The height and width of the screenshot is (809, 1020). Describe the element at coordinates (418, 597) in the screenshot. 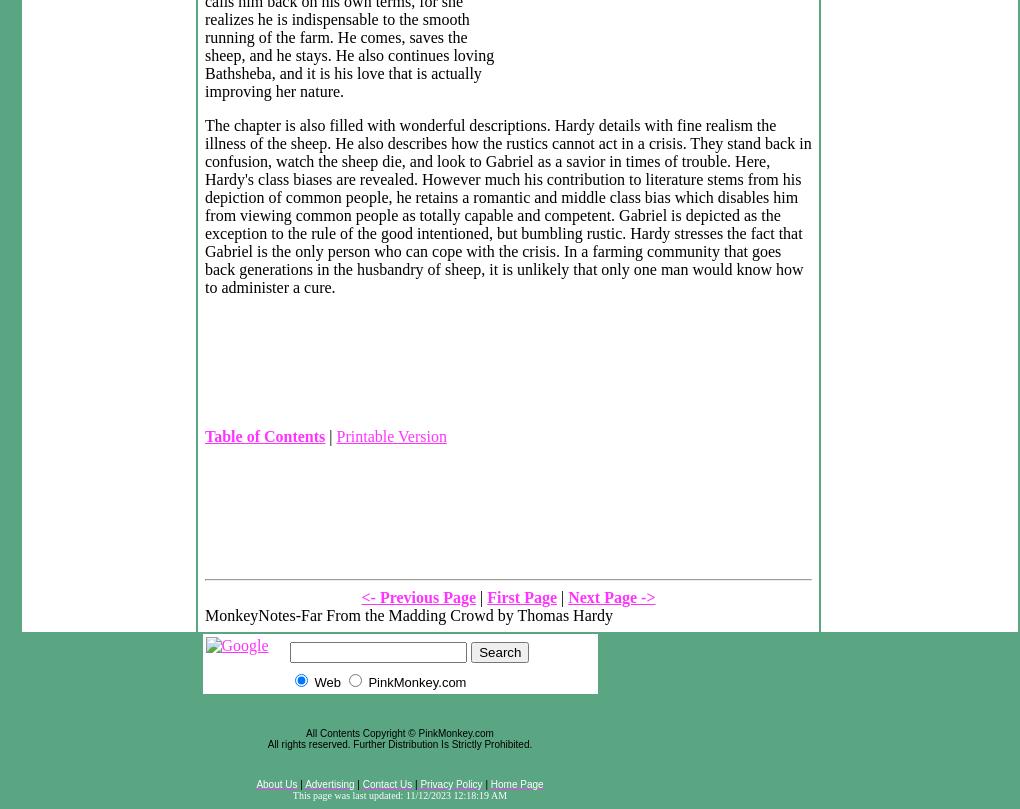

I see `'<- Previous Page'` at that location.